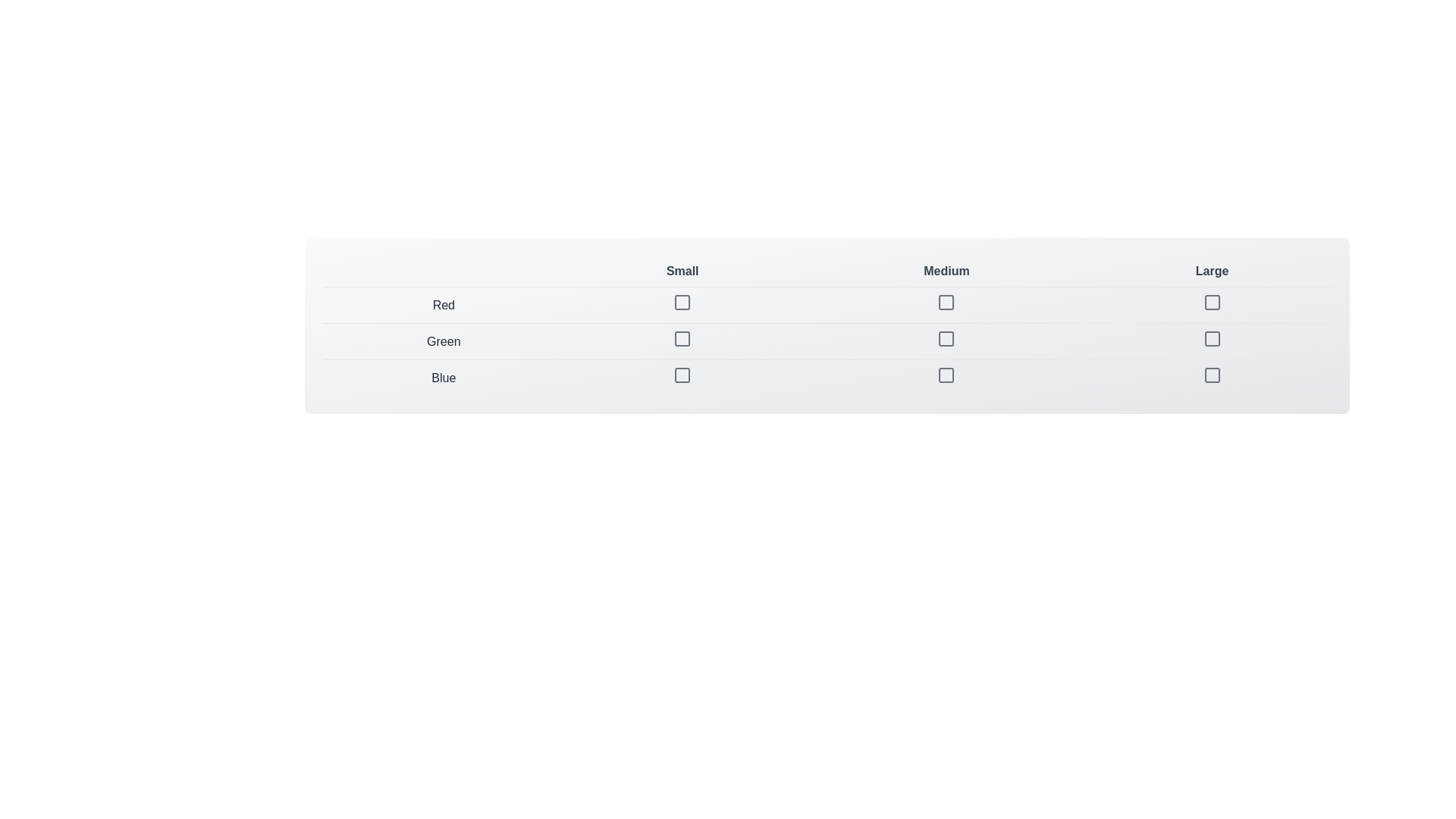 The height and width of the screenshot is (819, 1456). What do you see at coordinates (443, 341) in the screenshot?
I see `the static text label that denotes the row in the table with the name 'Green', which is located in the second entry of the first column, below 'Red' and above 'Blue'` at bounding box center [443, 341].